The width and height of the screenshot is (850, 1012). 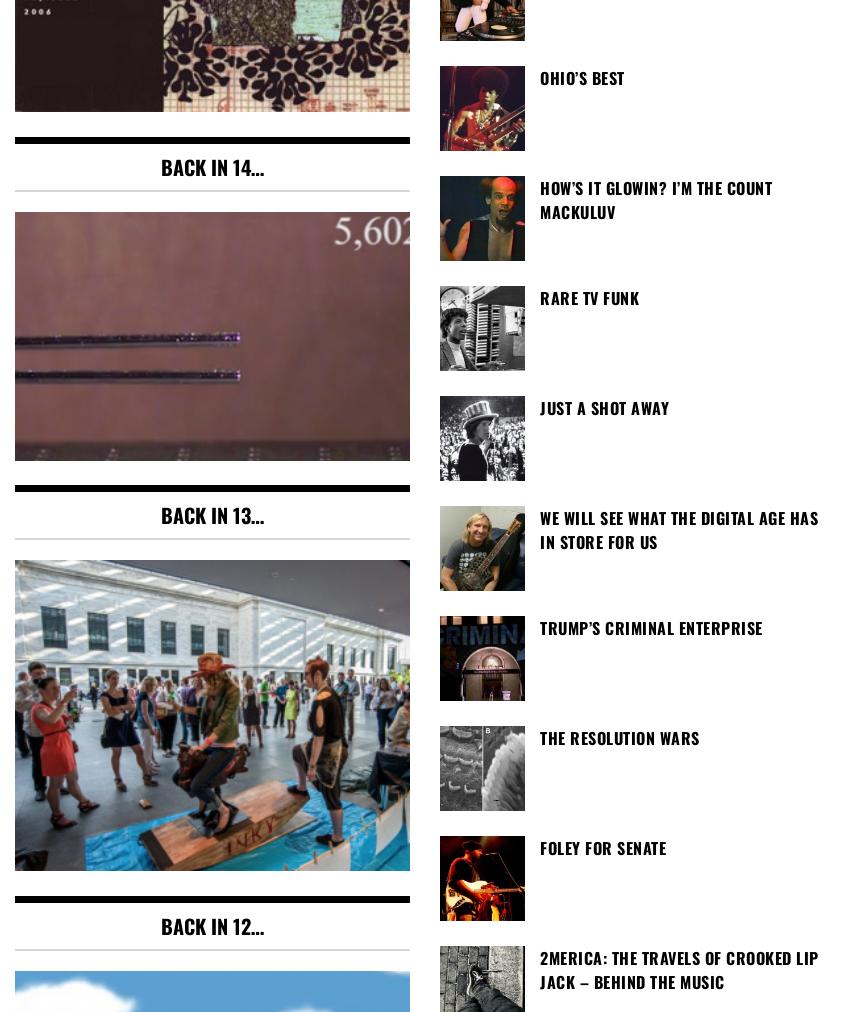 I want to click on 'Foley For Senate', so click(x=601, y=846).